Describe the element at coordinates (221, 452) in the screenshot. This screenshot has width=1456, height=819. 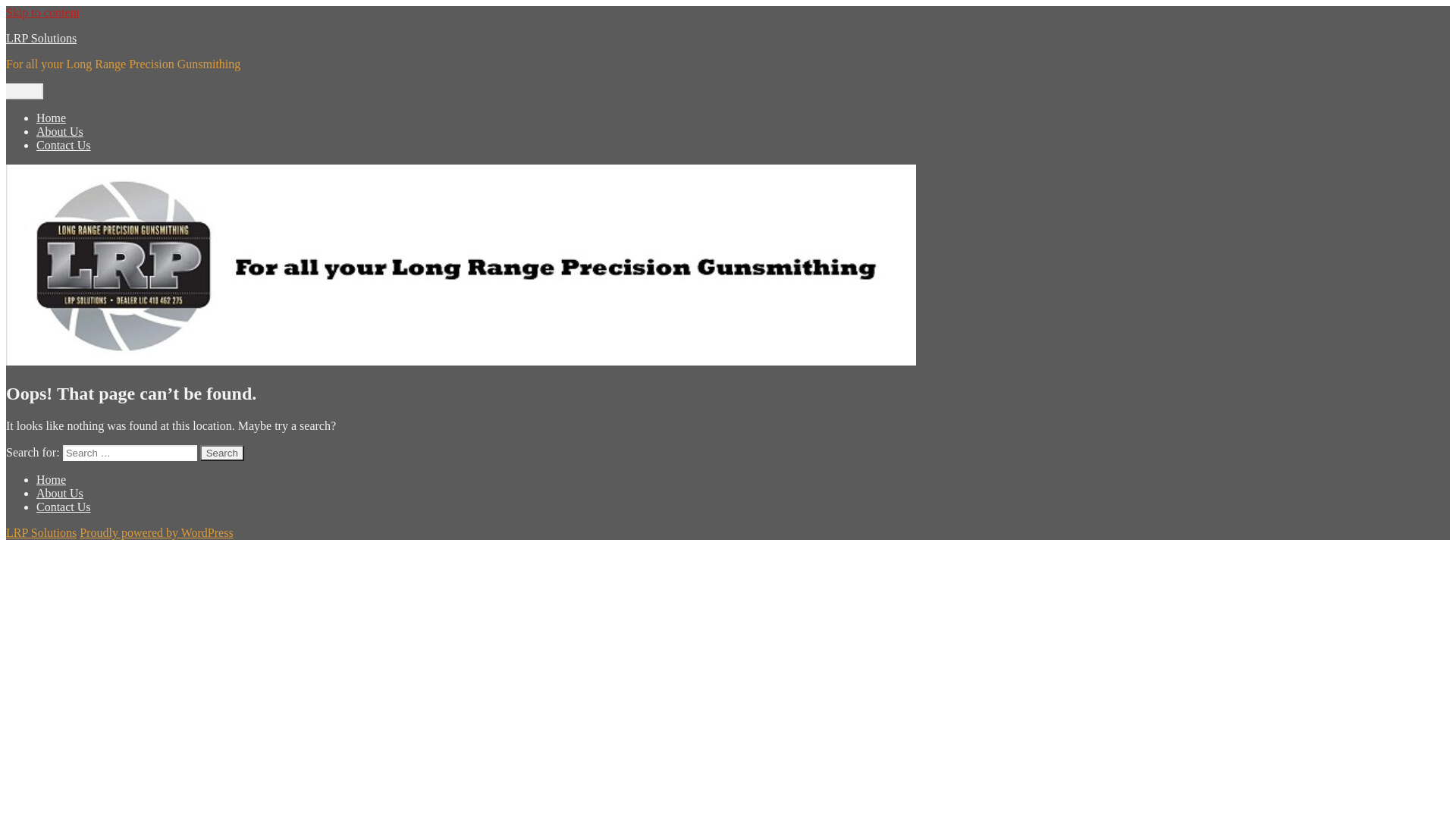
I see `'Search'` at that location.